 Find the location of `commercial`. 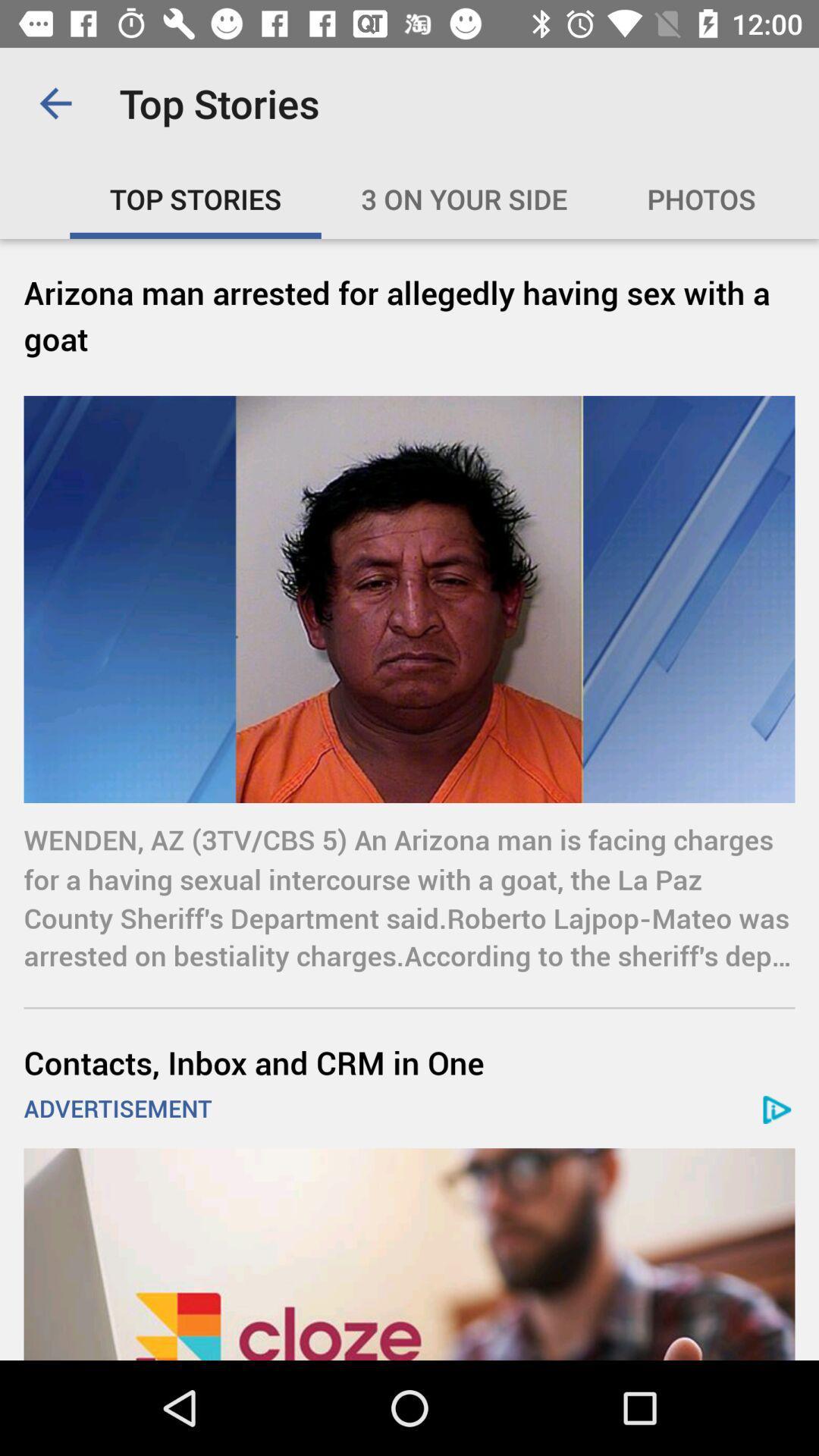

commercial is located at coordinates (409, 1254).